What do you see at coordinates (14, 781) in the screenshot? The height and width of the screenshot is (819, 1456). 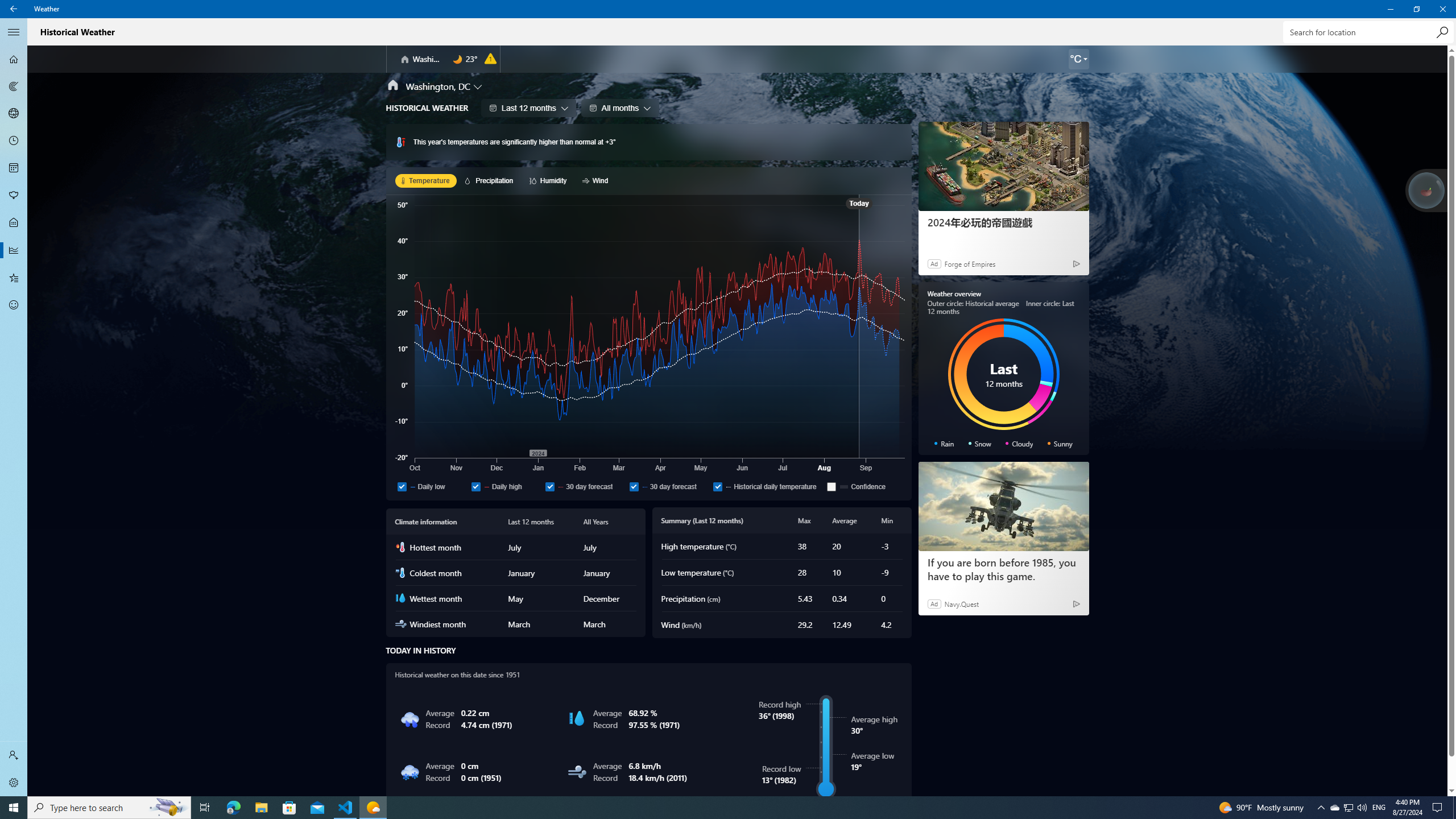 I see `'Settings'` at bounding box center [14, 781].